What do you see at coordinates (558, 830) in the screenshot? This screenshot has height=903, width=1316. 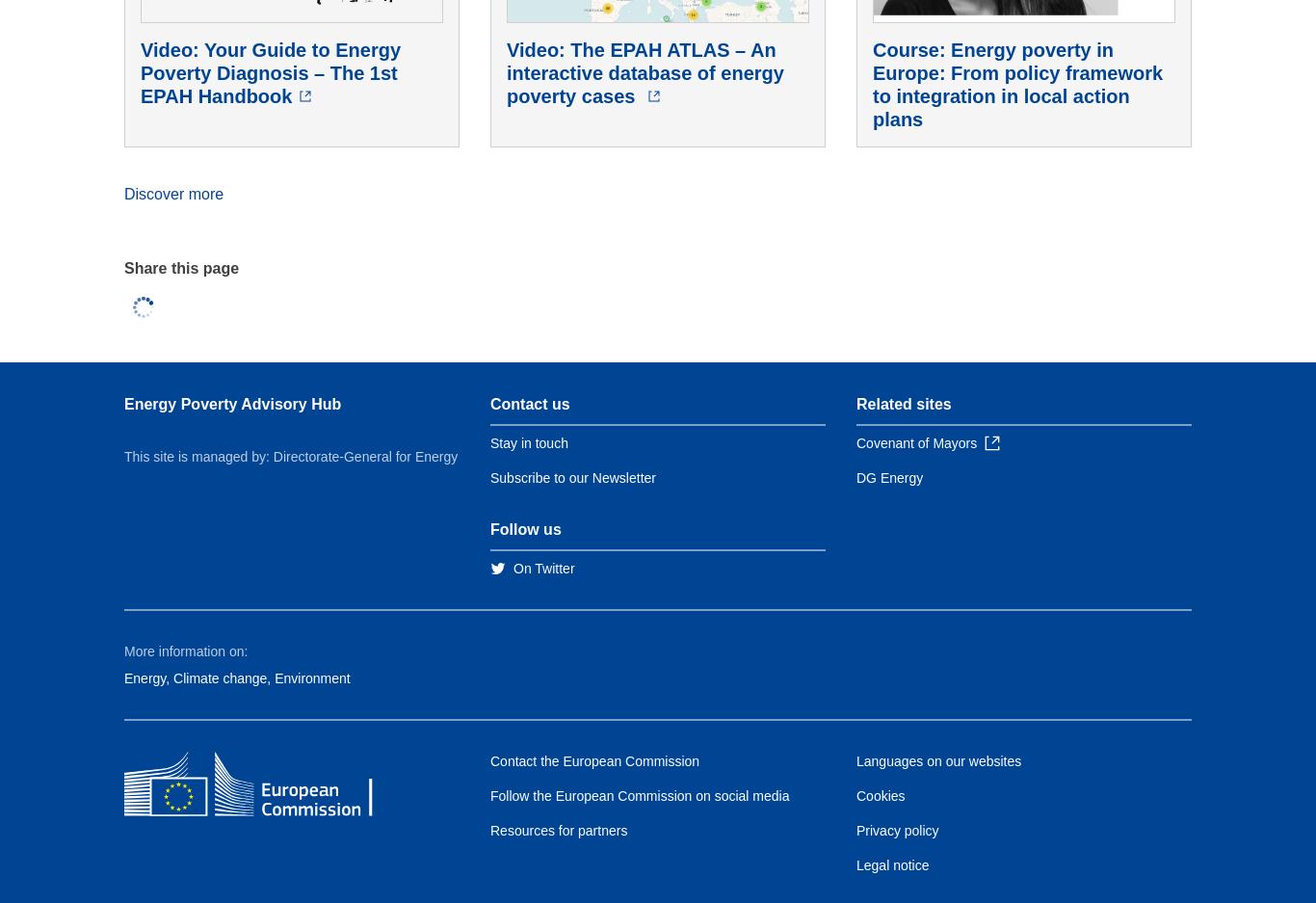 I see `'Resources for partners'` at bounding box center [558, 830].